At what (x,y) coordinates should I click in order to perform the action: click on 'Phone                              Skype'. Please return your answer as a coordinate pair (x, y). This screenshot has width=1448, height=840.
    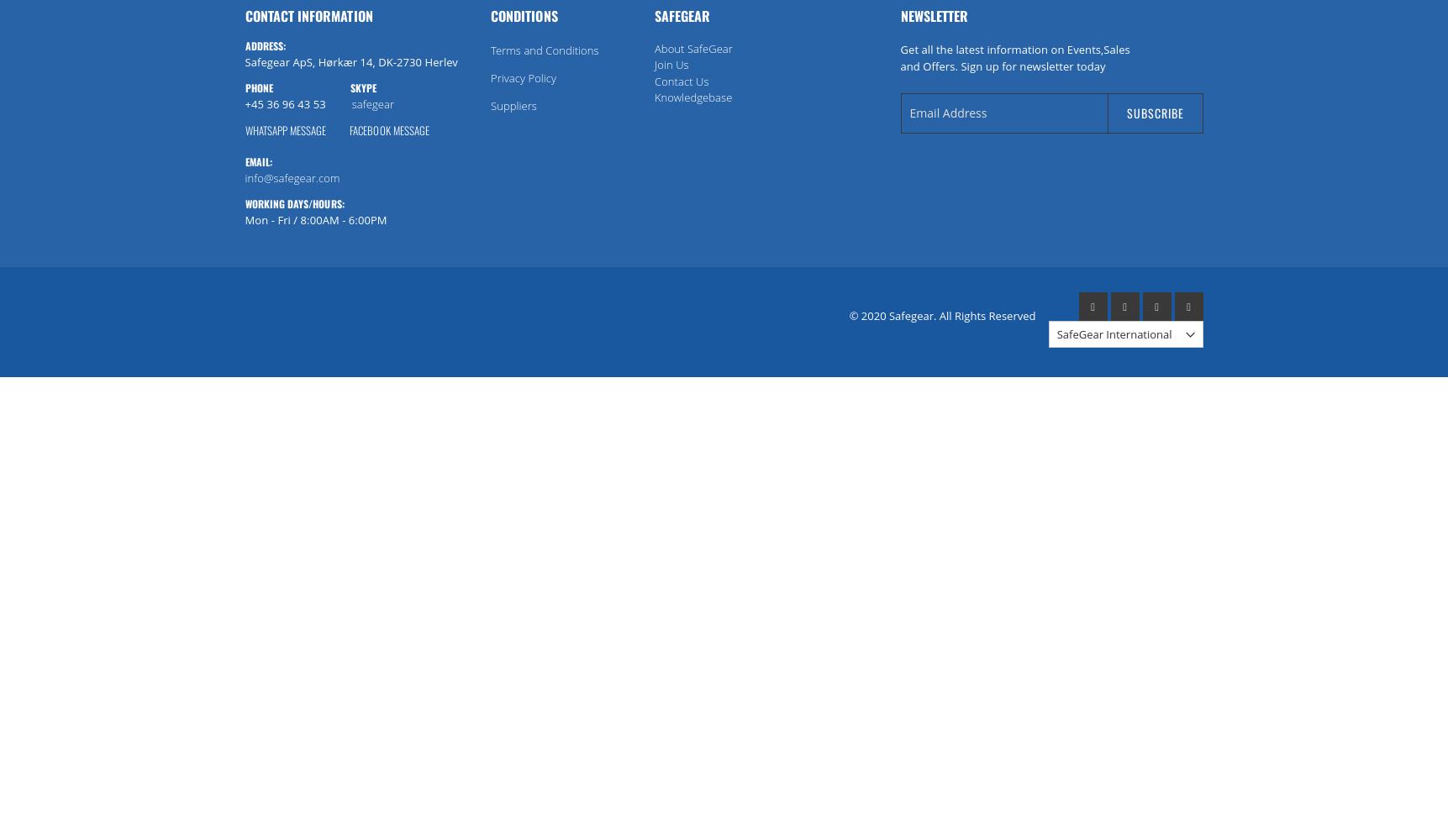
    Looking at the image, I should click on (309, 86).